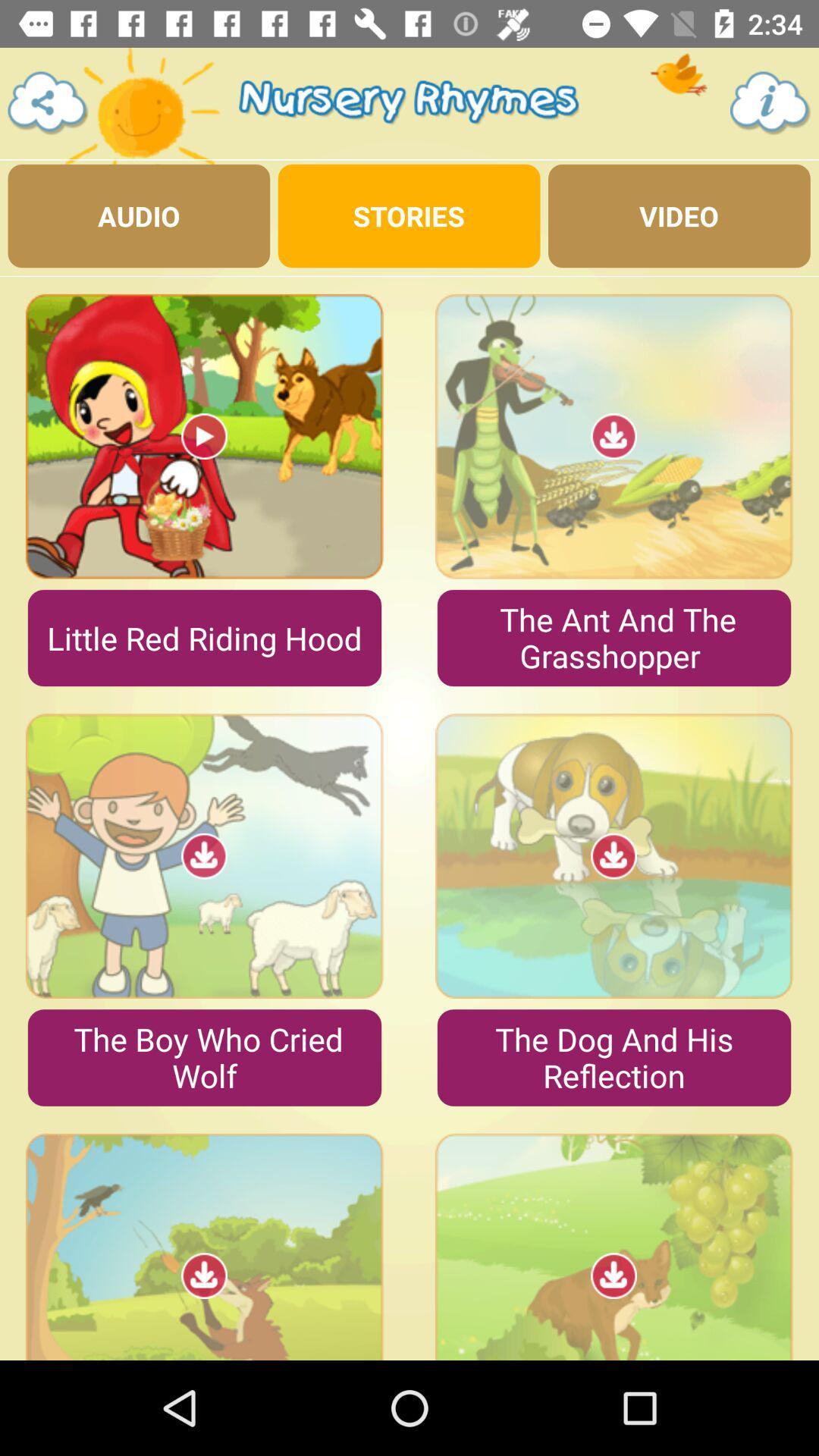 This screenshot has height=1456, width=819. What do you see at coordinates (47, 102) in the screenshot?
I see `share the article` at bounding box center [47, 102].